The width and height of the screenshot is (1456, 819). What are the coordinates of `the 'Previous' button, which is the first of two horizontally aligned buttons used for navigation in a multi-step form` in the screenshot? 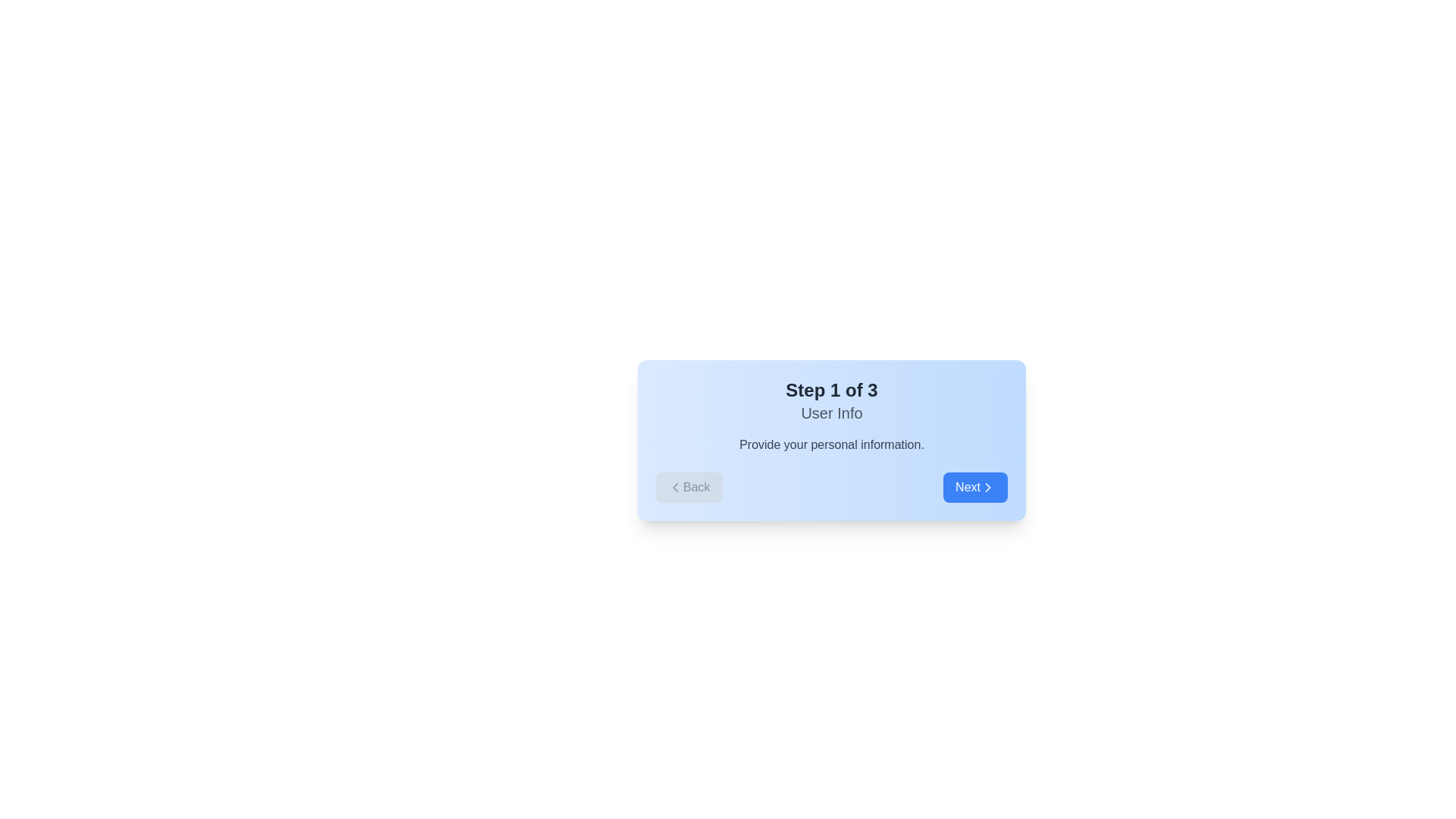 It's located at (688, 488).